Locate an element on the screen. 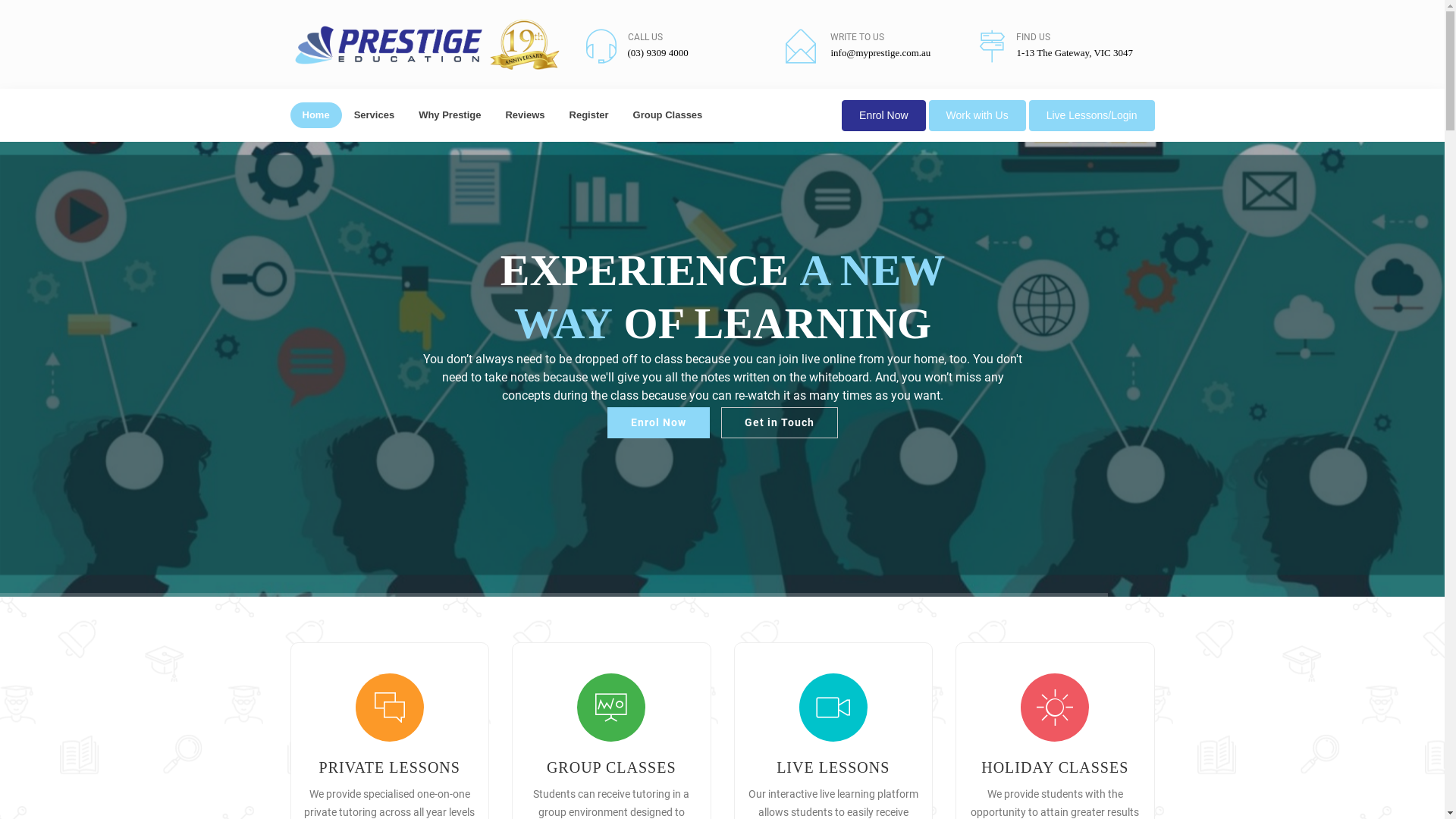  'WRITE TO US' is located at coordinates (857, 36).